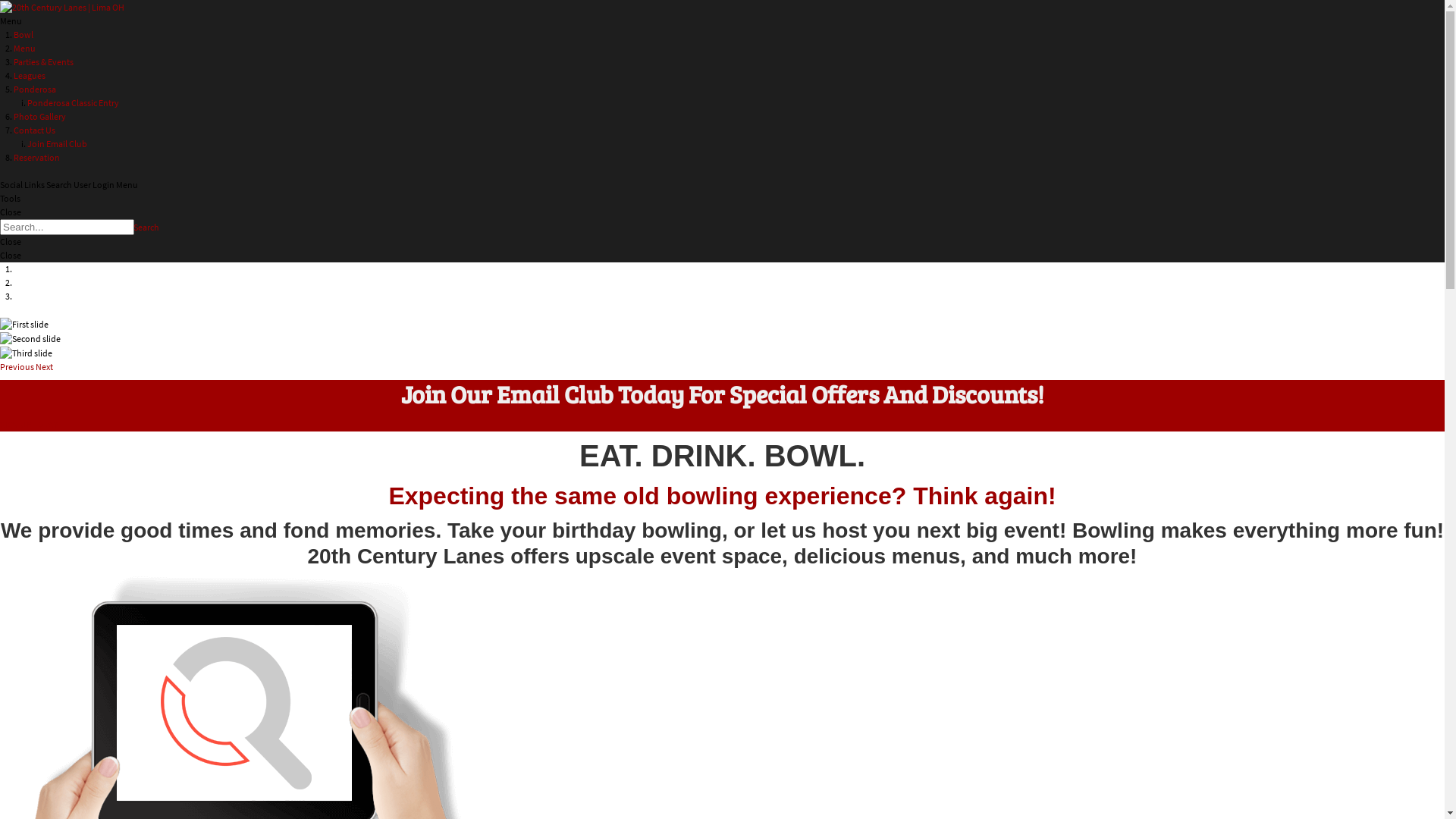 Image resolution: width=1456 pixels, height=819 pixels. Describe the element at coordinates (119, 245) in the screenshot. I see `'Clear search text'` at that location.